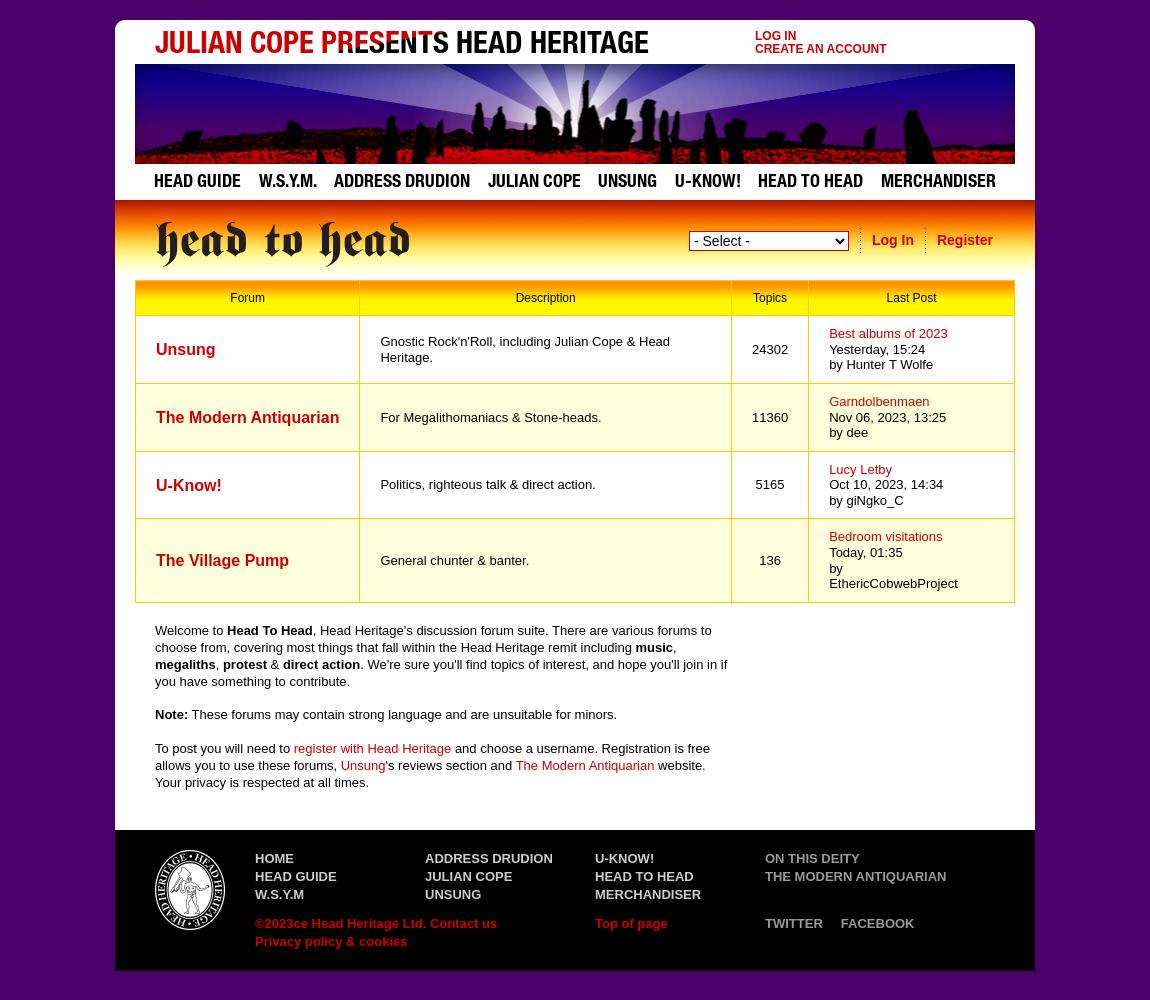 Image resolution: width=1150 pixels, height=1000 pixels. What do you see at coordinates (454, 559) in the screenshot?
I see `'General chunter & banter.'` at bounding box center [454, 559].